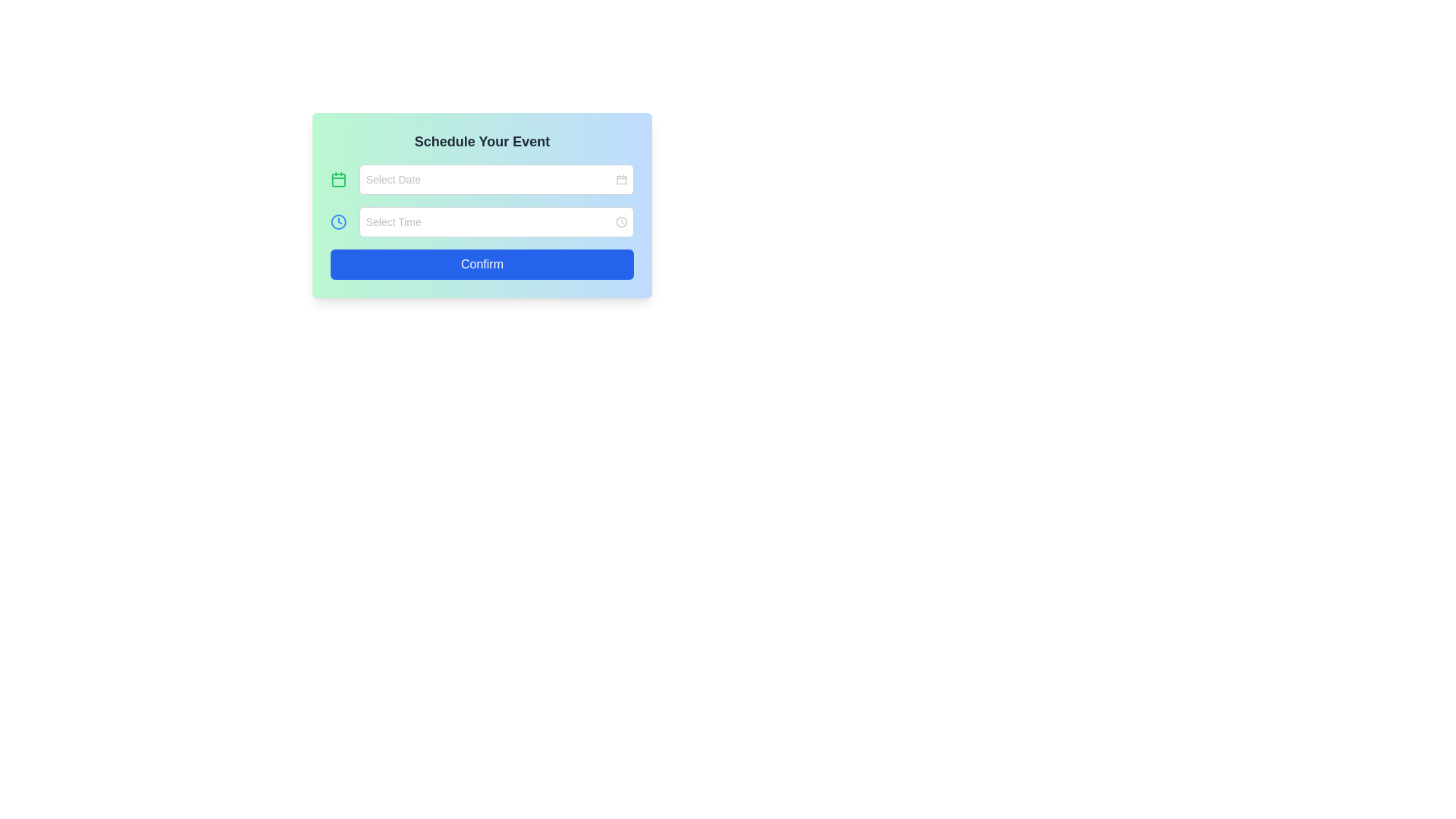  I want to click on a date from the date input field located in the upper section of the 'Schedule Your Event' form panel, positioned to the right of a calendar icon, so click(489, 178).